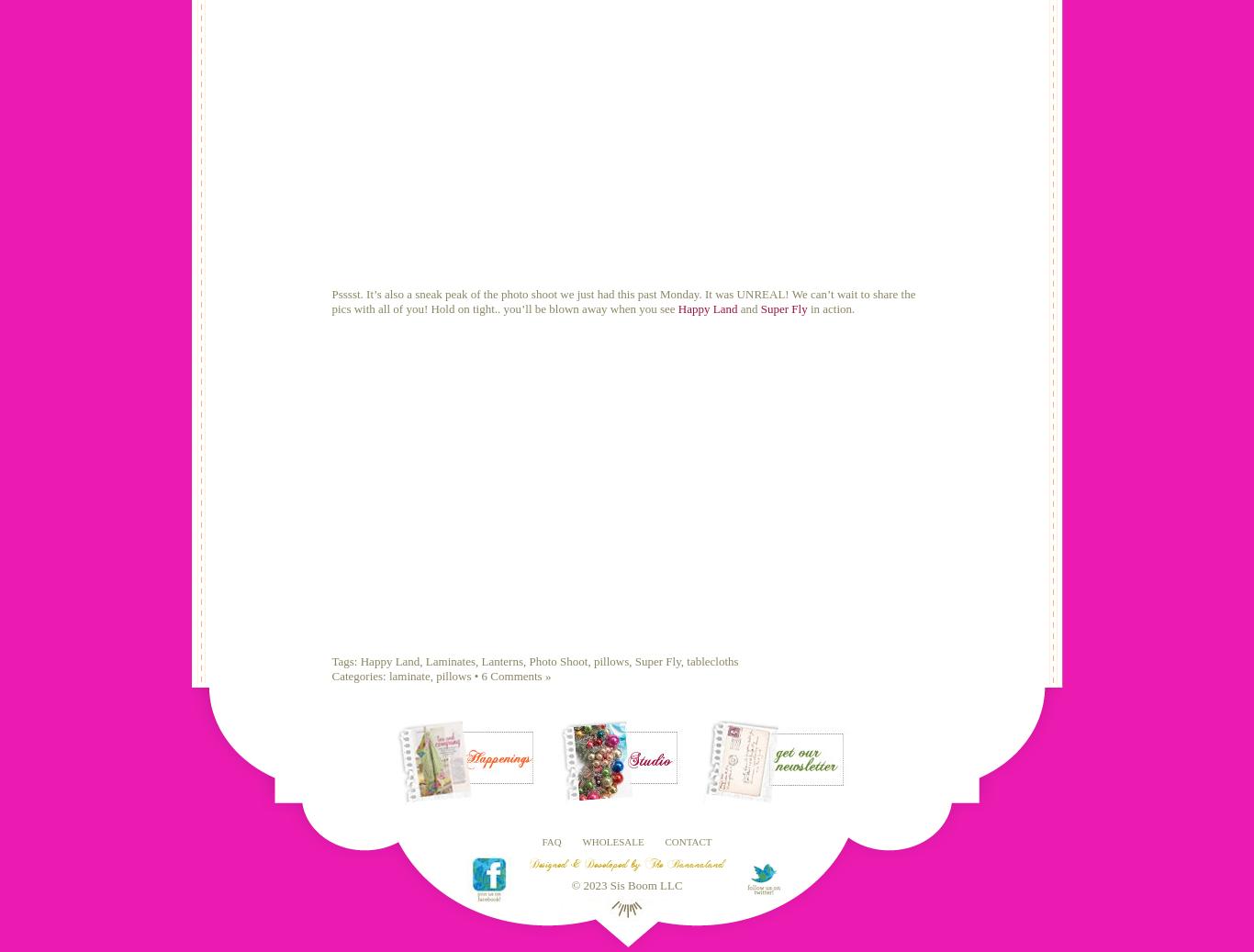 The image size is (1254, 952). What do you see at coordinates (344, 660) in the screenshot?
I see `'Tags:'` at bounding box center [344, 660].